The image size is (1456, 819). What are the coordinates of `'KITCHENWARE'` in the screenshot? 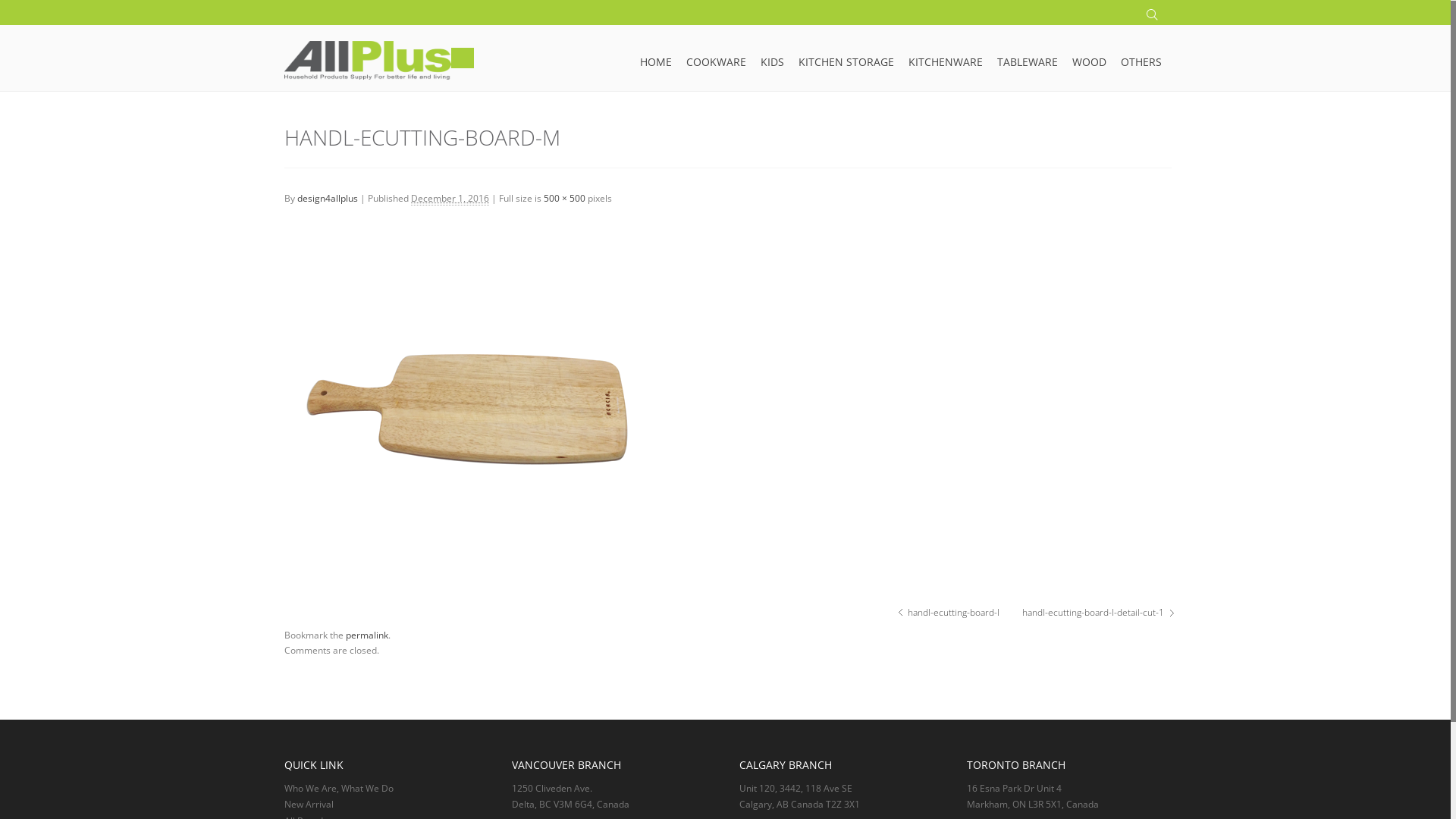 It's located at (945, 52).